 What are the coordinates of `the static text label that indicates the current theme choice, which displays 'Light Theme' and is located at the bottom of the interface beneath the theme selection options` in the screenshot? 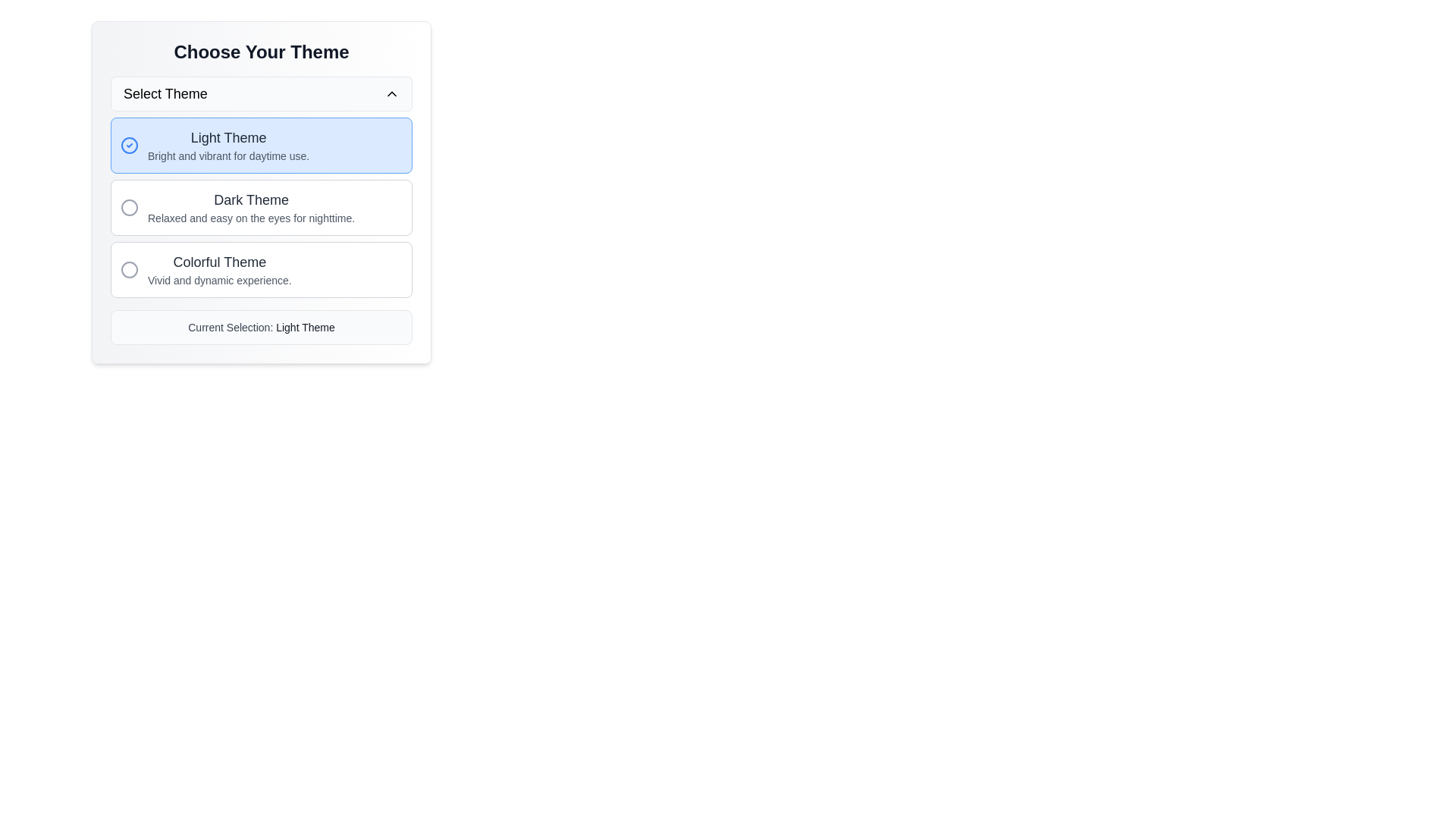 It's located at (262, 327).